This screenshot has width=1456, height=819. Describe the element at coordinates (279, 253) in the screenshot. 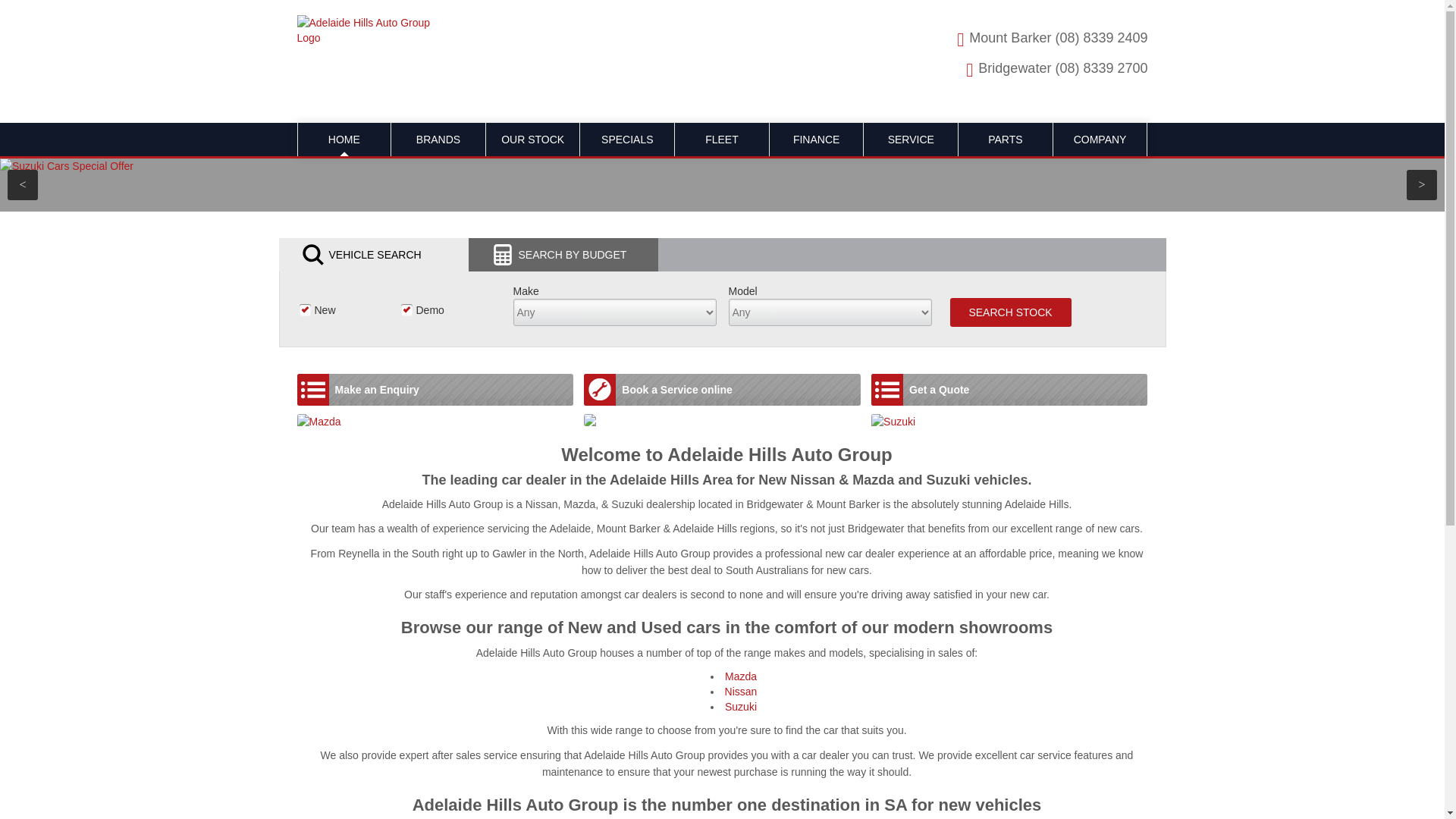

I see `'VEHICLE SEARCH'` at that location.